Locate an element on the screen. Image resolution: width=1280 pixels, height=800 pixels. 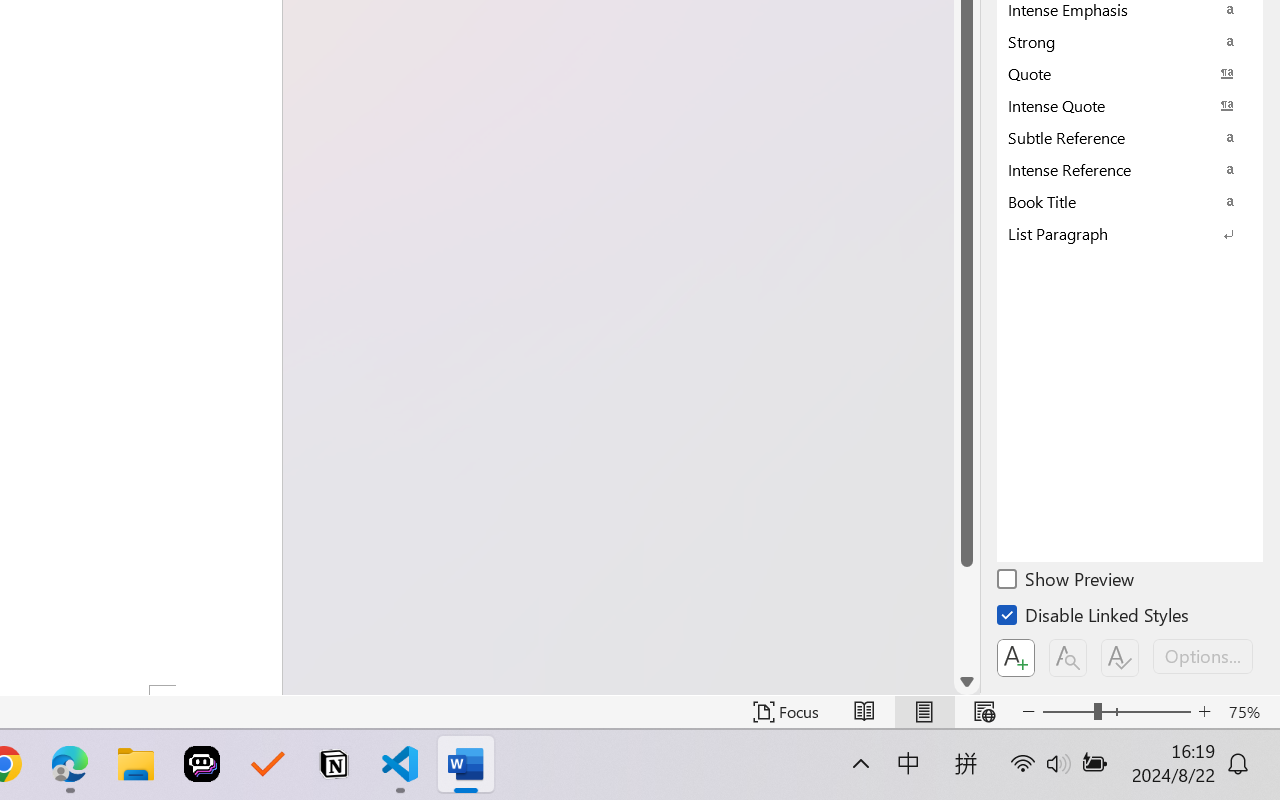
'Line down' is located at coordinates (967, 682).